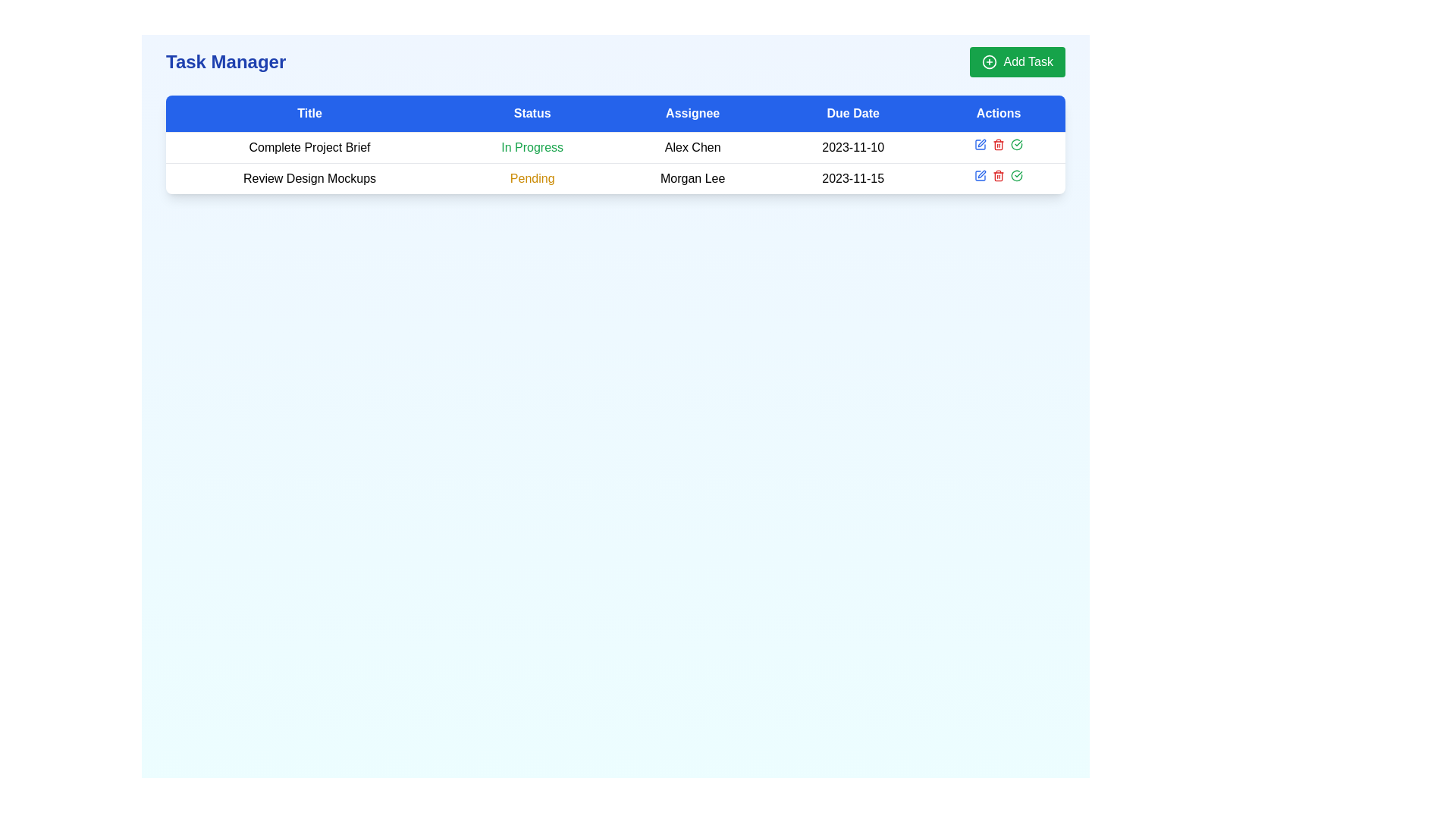  What do you see at coordinates (999, 145) in the screenshot?
I see `the delete button located in the second row of the table for the task titled 'Review Design Mockups'` at bounding box center [999, 145].